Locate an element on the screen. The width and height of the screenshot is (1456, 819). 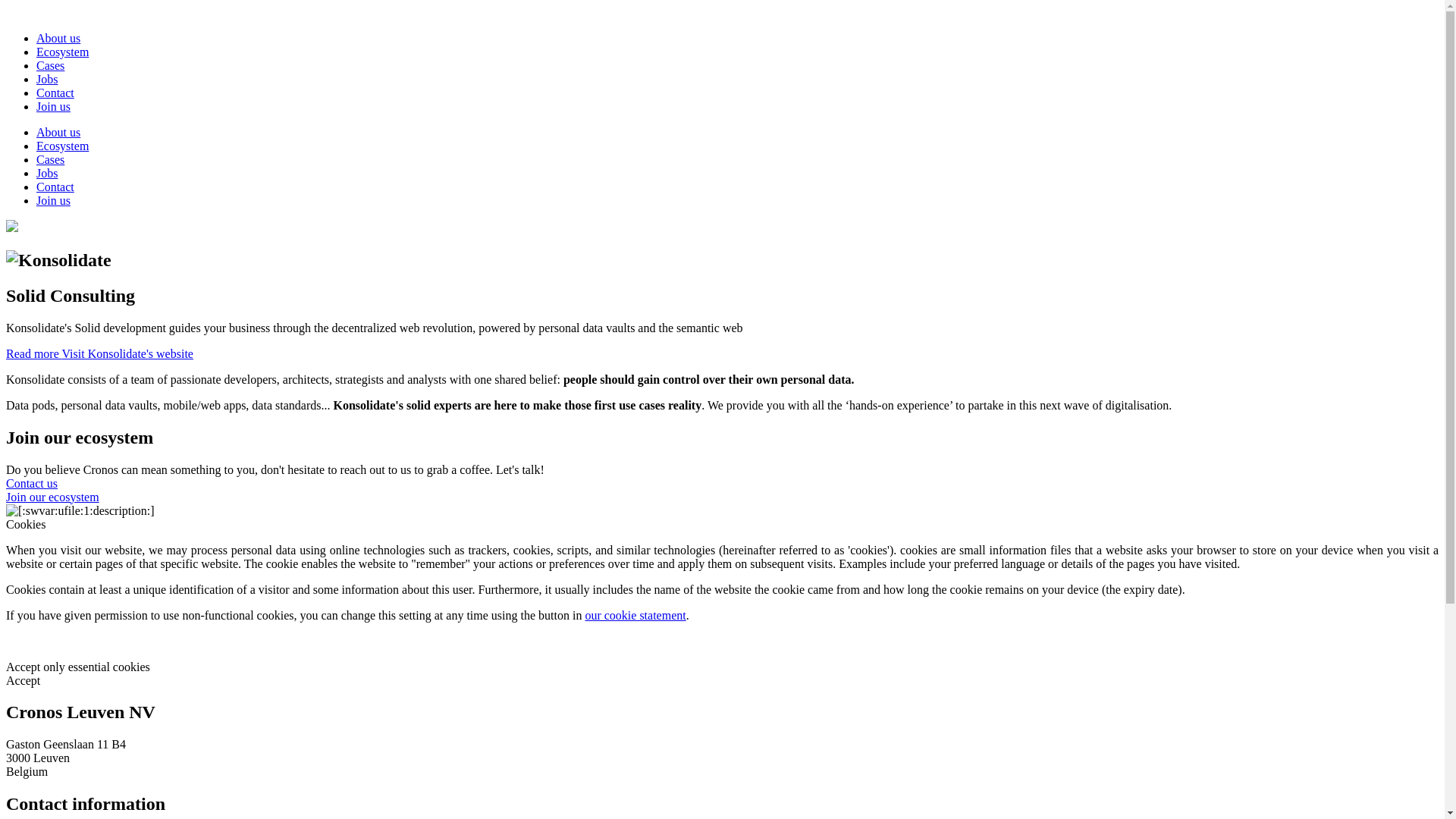
'our cookie statement' is located at coordinates (584, 615).